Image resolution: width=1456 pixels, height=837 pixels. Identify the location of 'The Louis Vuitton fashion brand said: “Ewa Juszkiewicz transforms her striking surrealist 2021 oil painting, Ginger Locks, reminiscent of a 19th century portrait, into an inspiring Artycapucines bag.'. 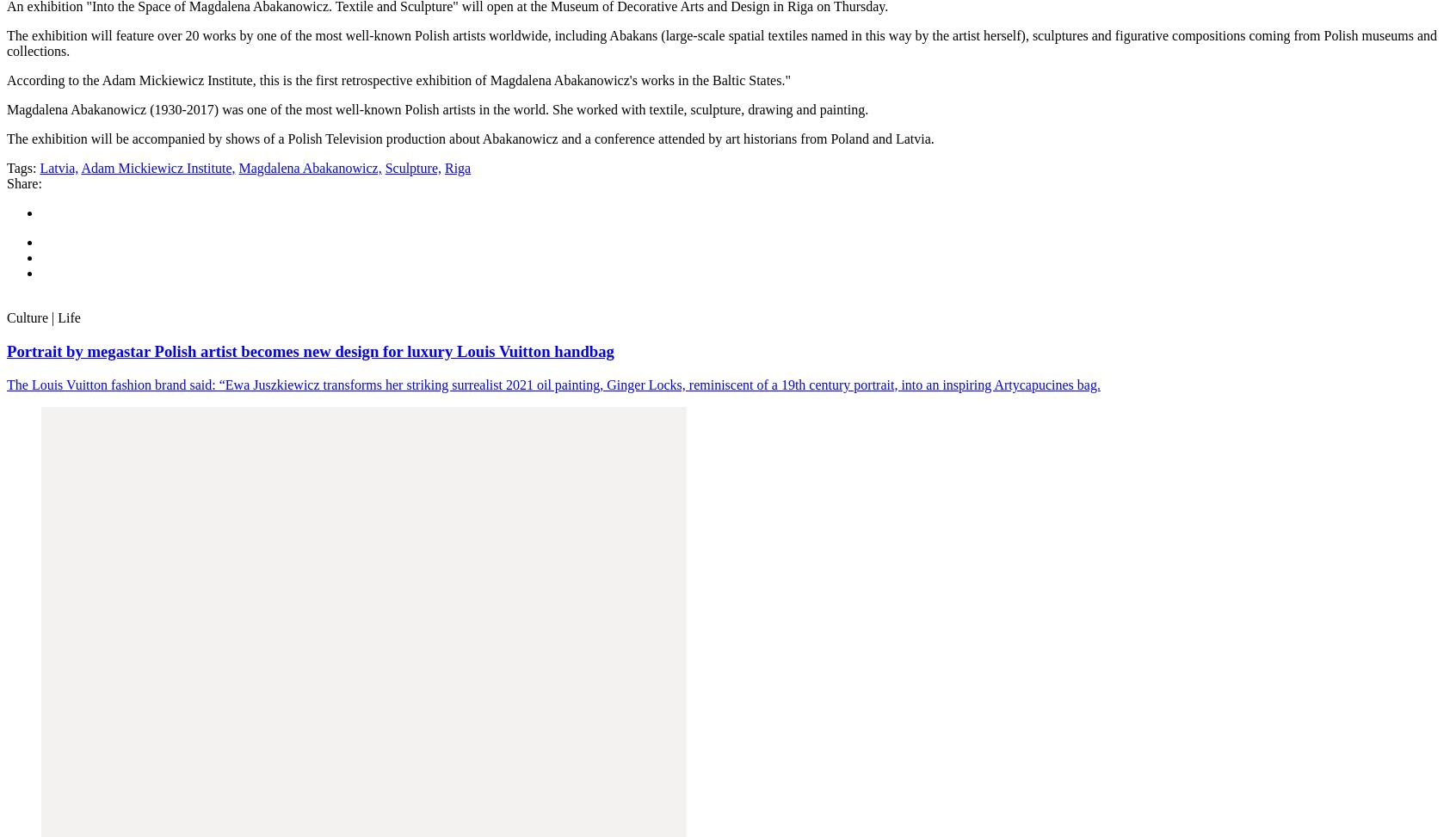
(552, 384).